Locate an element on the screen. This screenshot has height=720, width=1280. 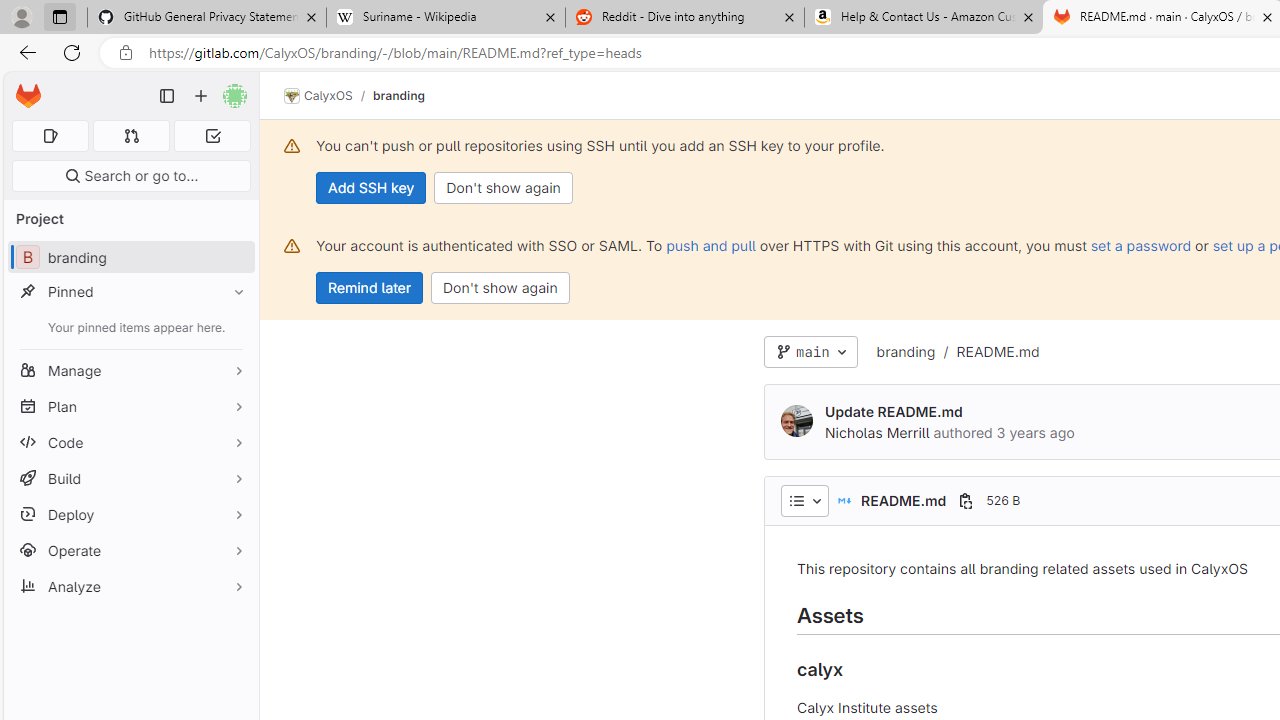
'main' is located at coordinates (810, 351).